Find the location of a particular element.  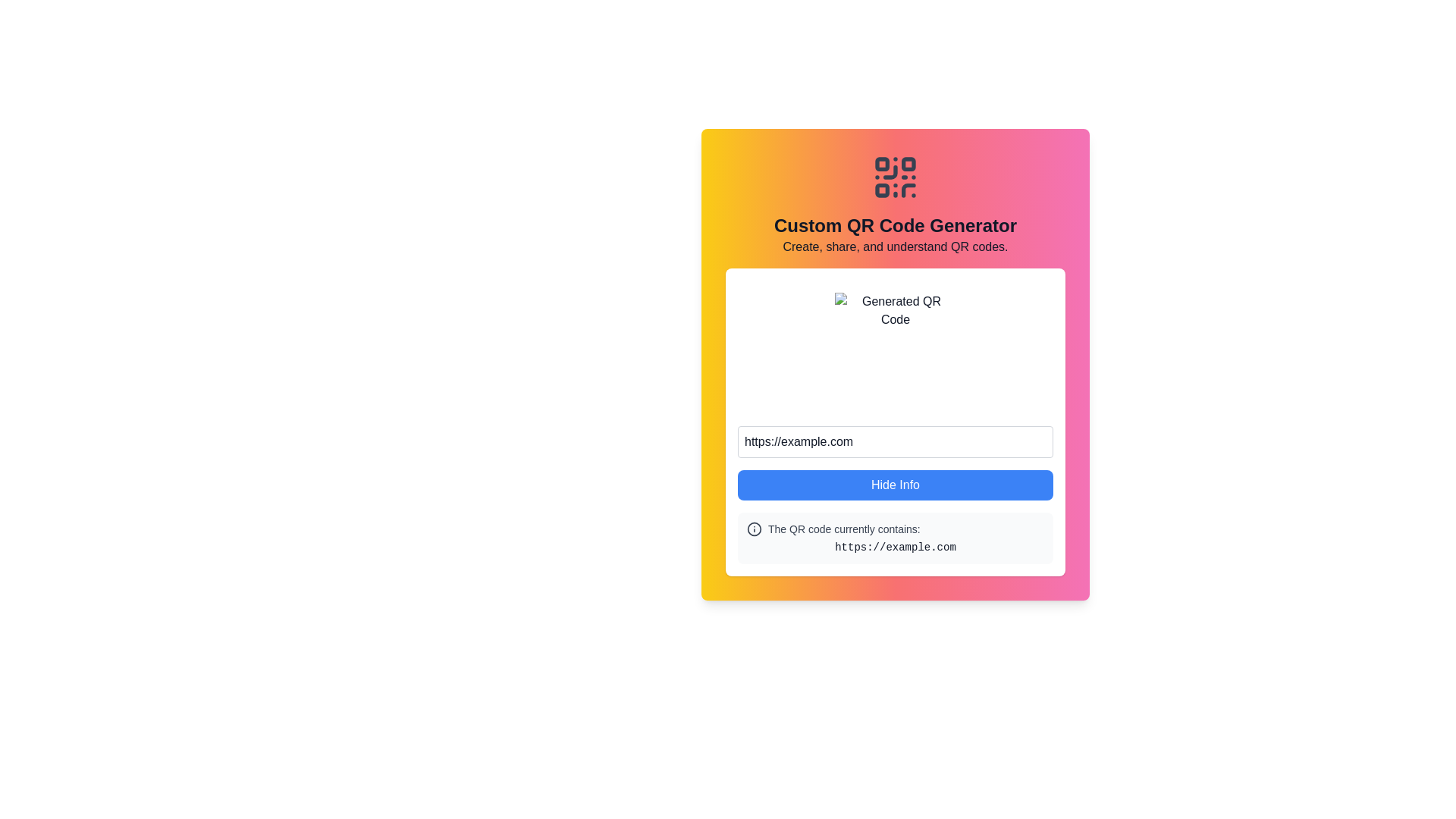

the second square from the left within the QR code icon at the top center of the page, which is dark in color and positioned distinctly at the top right of the QR code icon is located at coordinates (908, 164).